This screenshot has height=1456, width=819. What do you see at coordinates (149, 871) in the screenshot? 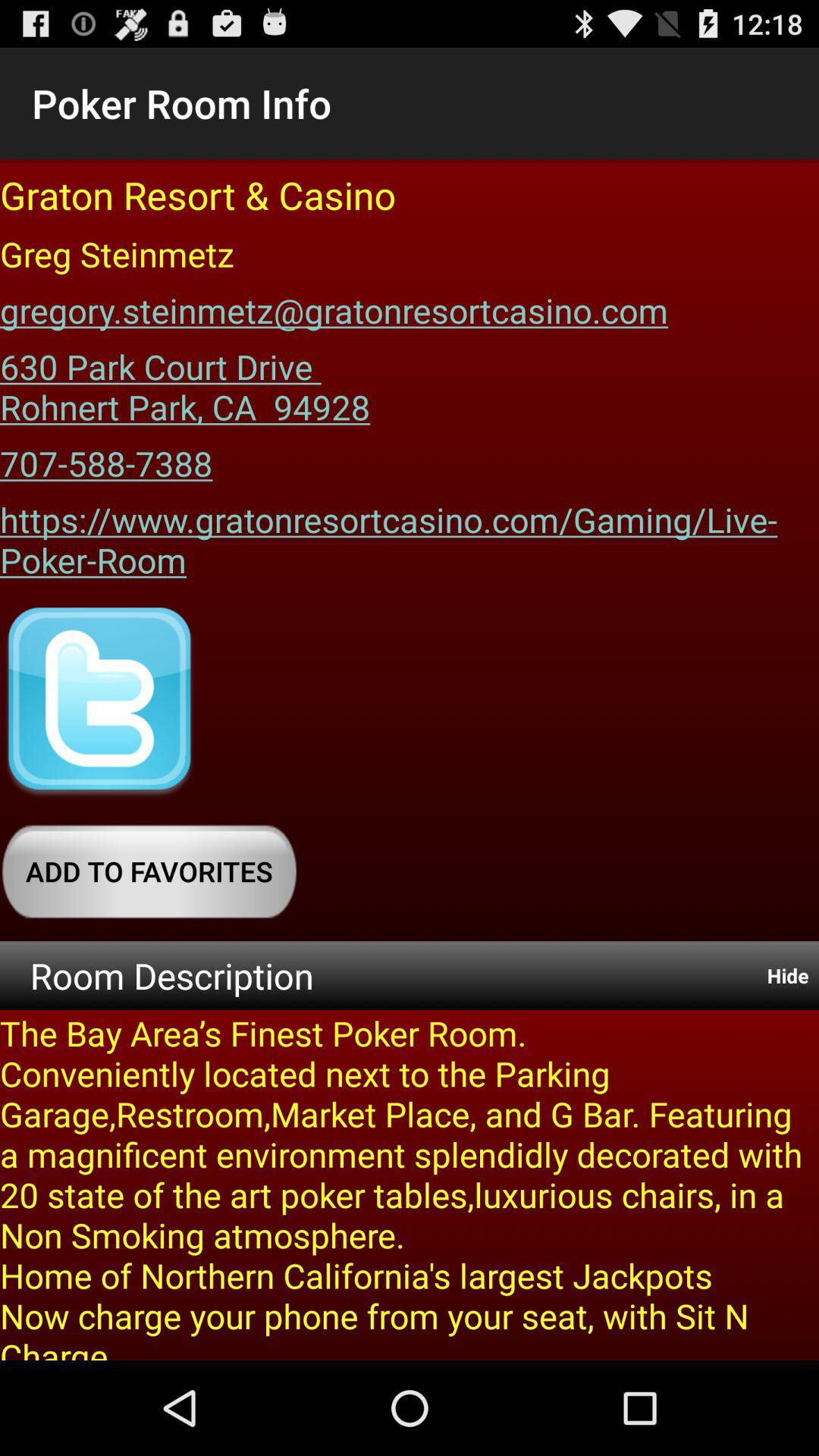
I see `add to favorites` at bounding box center [149, 871].